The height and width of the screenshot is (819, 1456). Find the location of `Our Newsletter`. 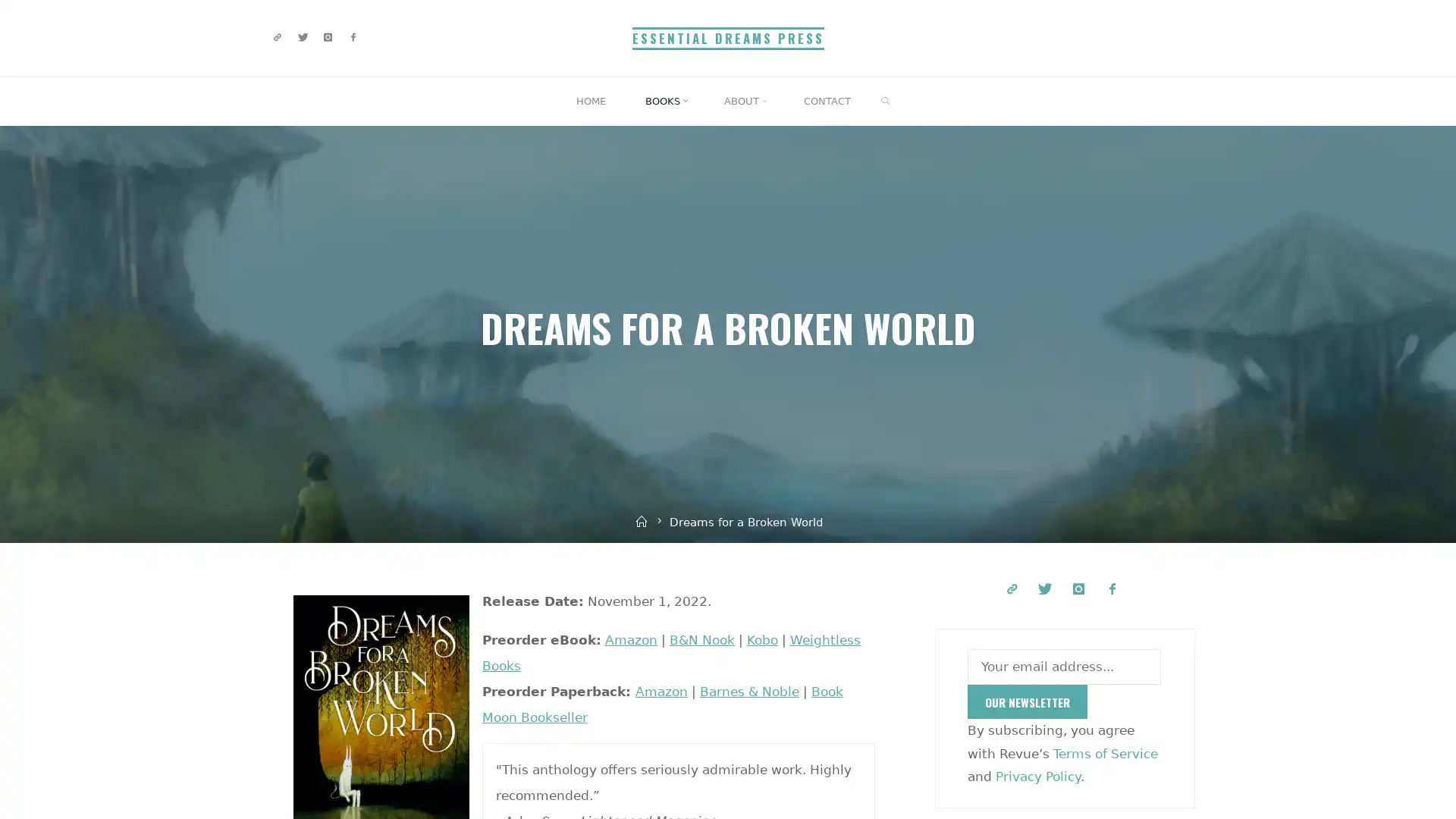

Our Newsletter is located at coordinates (1027, 701).